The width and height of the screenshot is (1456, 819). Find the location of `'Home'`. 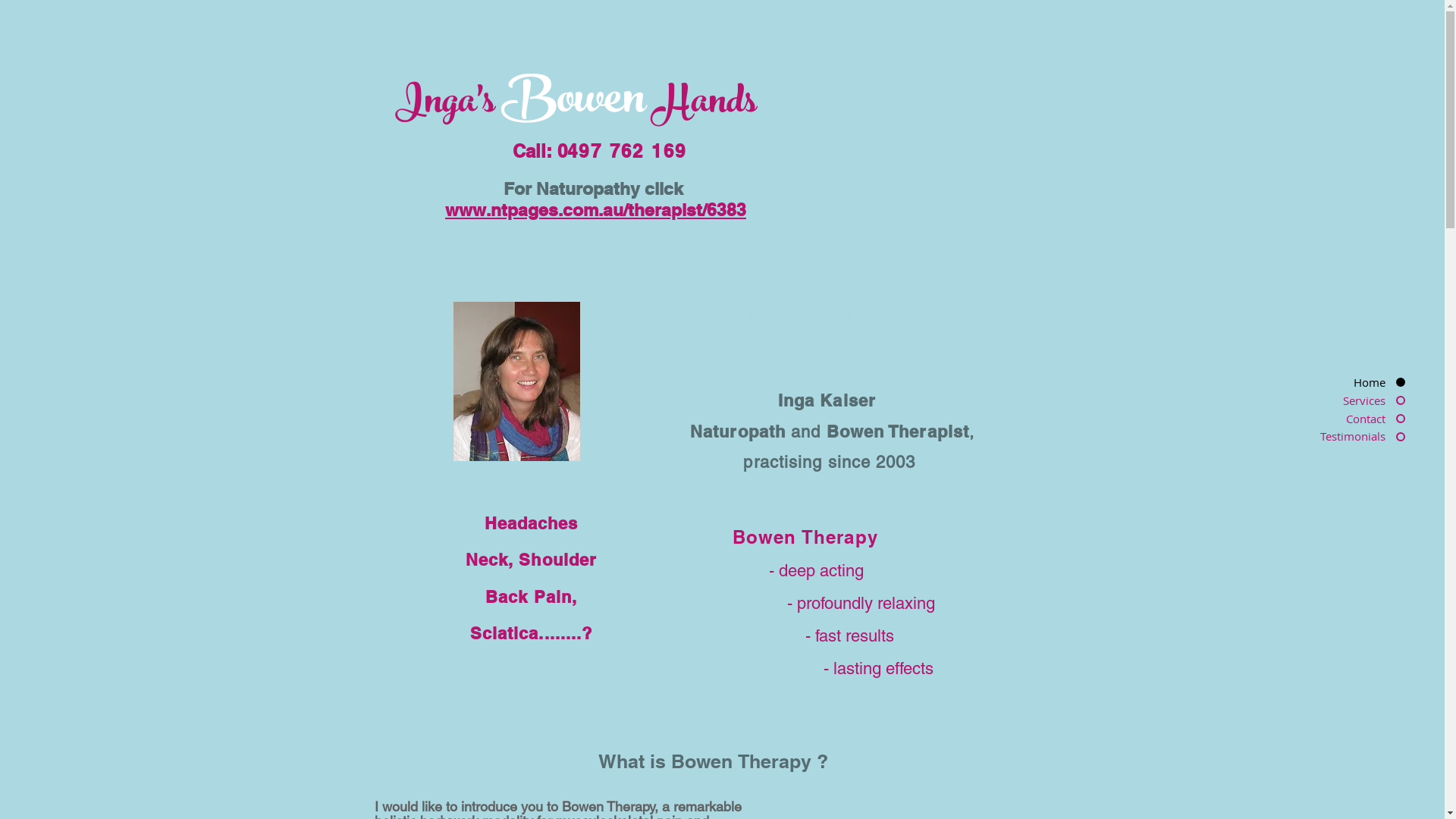

'Home' is located at coordinates (1343, 381).